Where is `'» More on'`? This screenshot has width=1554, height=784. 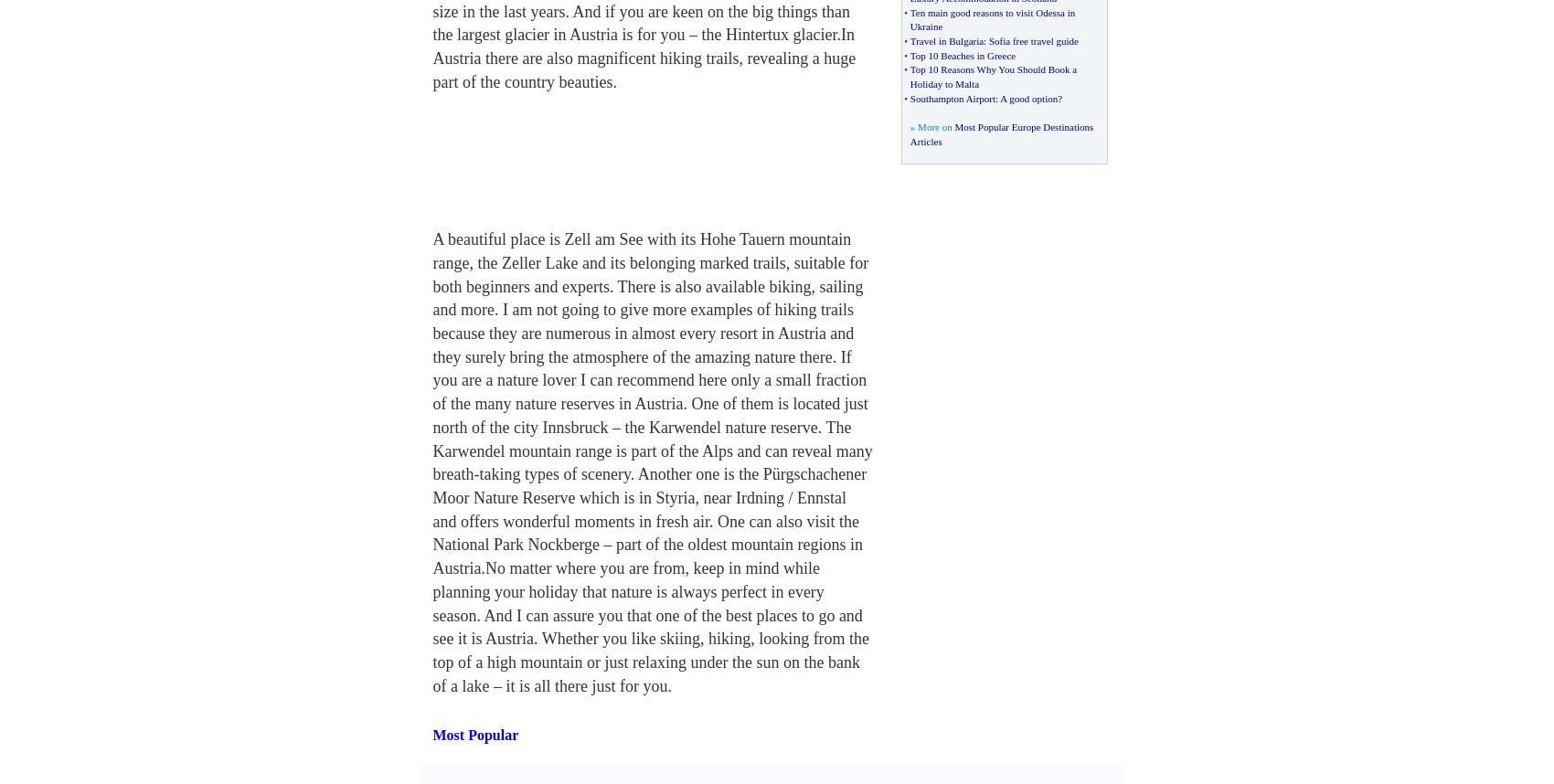
'» More on' is located at coordinates (931, 125).